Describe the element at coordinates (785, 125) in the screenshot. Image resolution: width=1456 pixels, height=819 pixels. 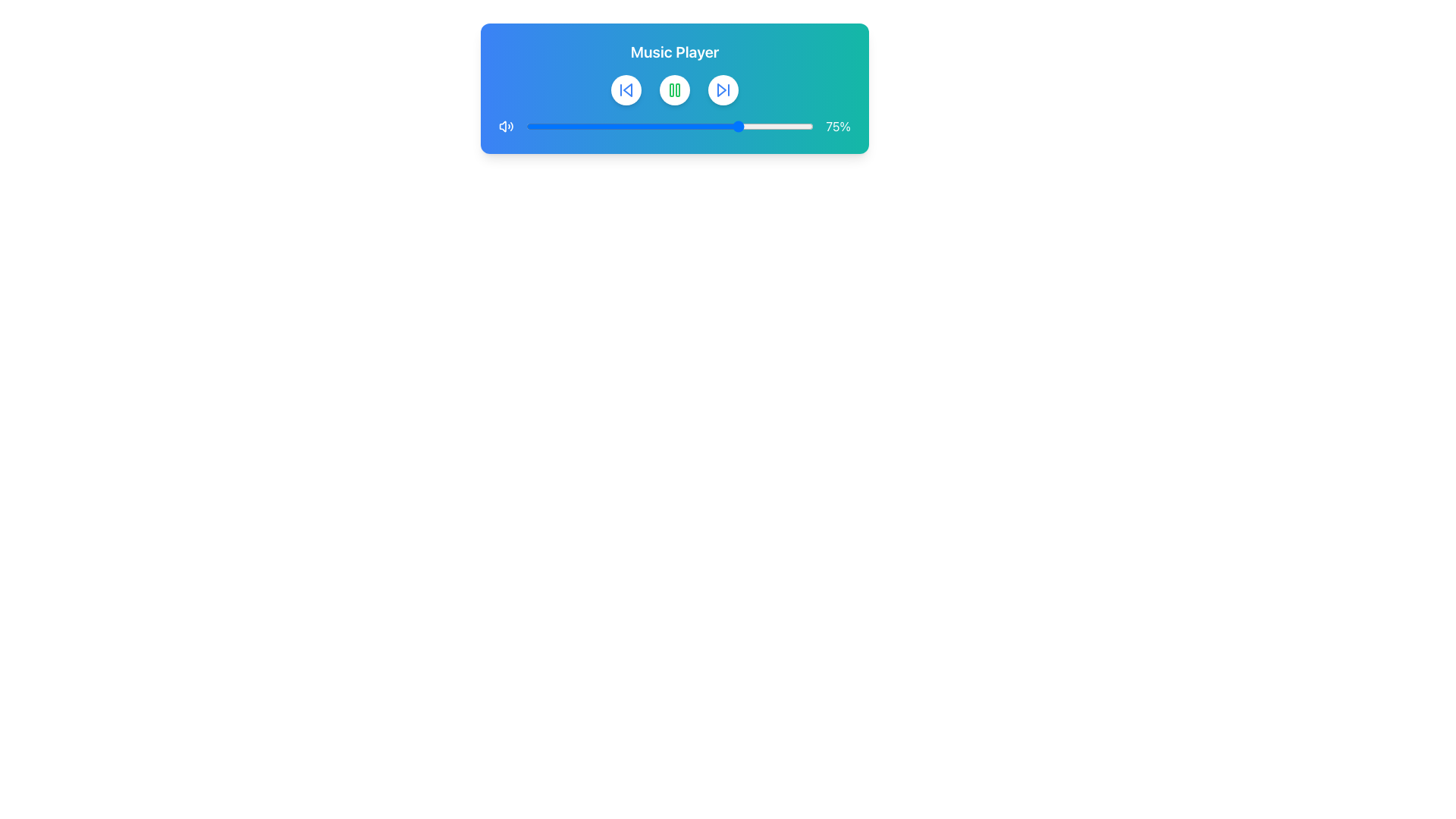
I see `the slider` at that location.